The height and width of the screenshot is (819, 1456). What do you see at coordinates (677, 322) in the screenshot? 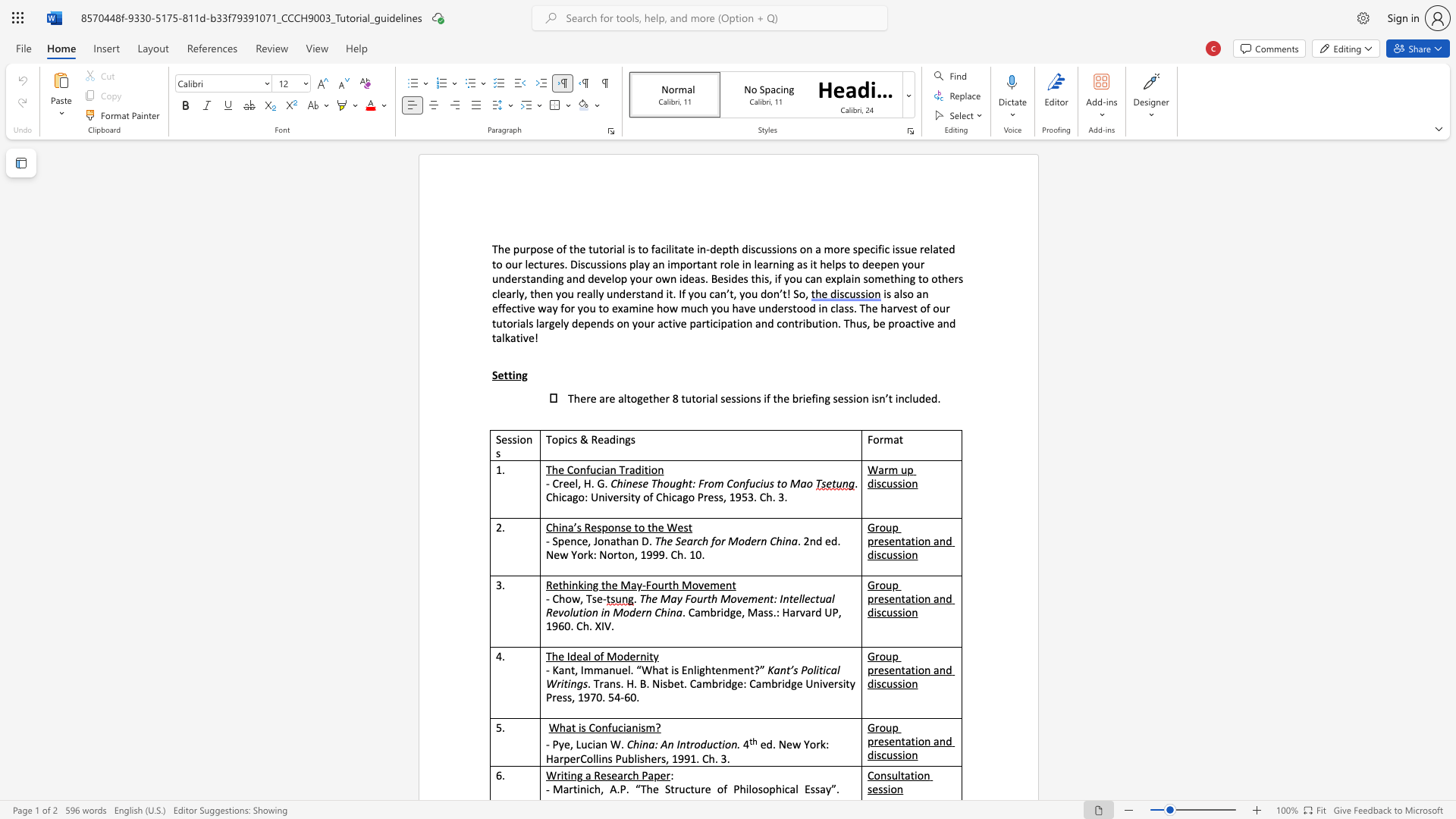
I see `the 1th character "v" in the text` at bounding box center [677, 322].